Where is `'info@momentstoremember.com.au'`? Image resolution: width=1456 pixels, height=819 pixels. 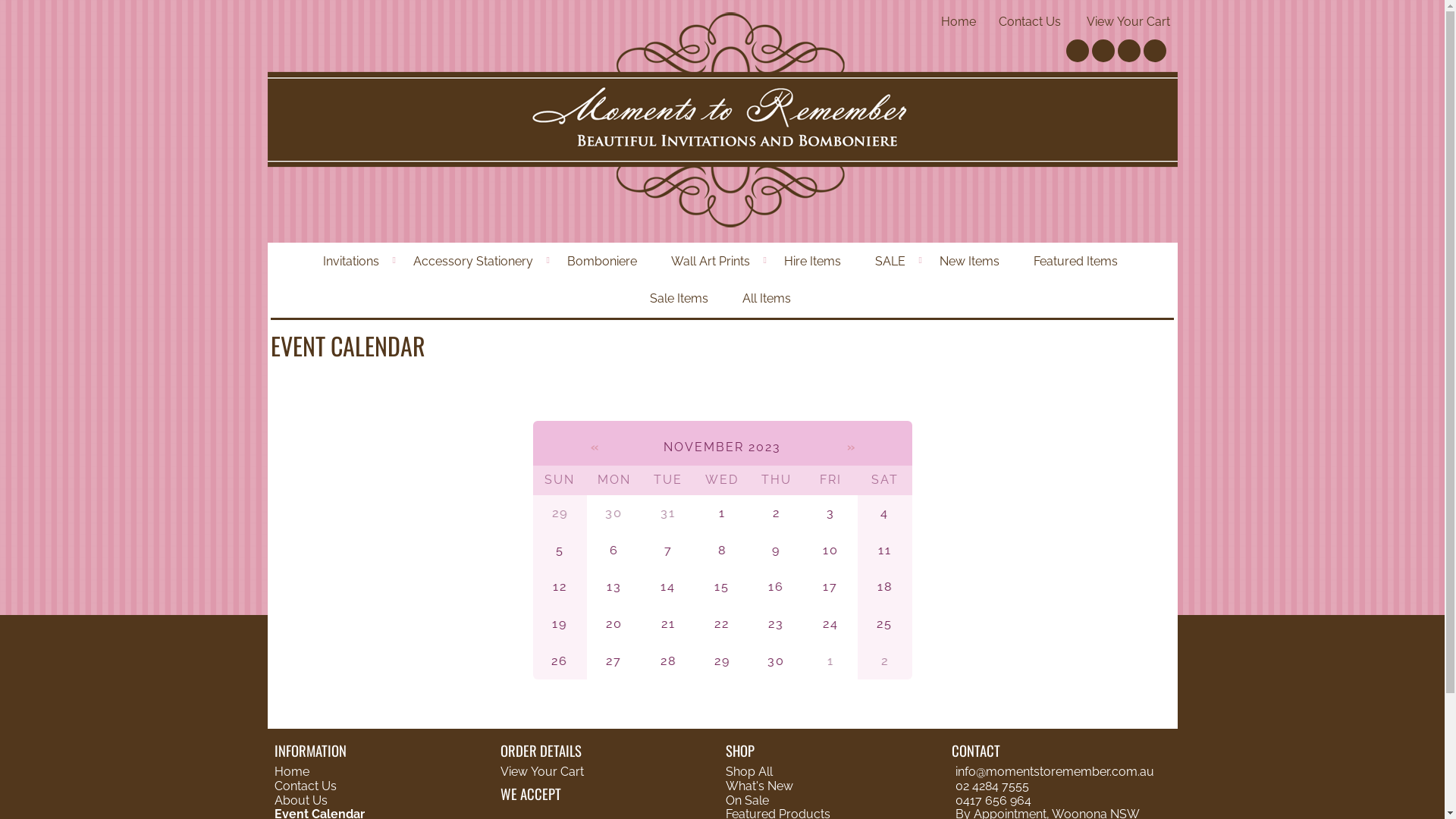 'info@momentstoremember.com.au' is located at coordinates (1054, 771).